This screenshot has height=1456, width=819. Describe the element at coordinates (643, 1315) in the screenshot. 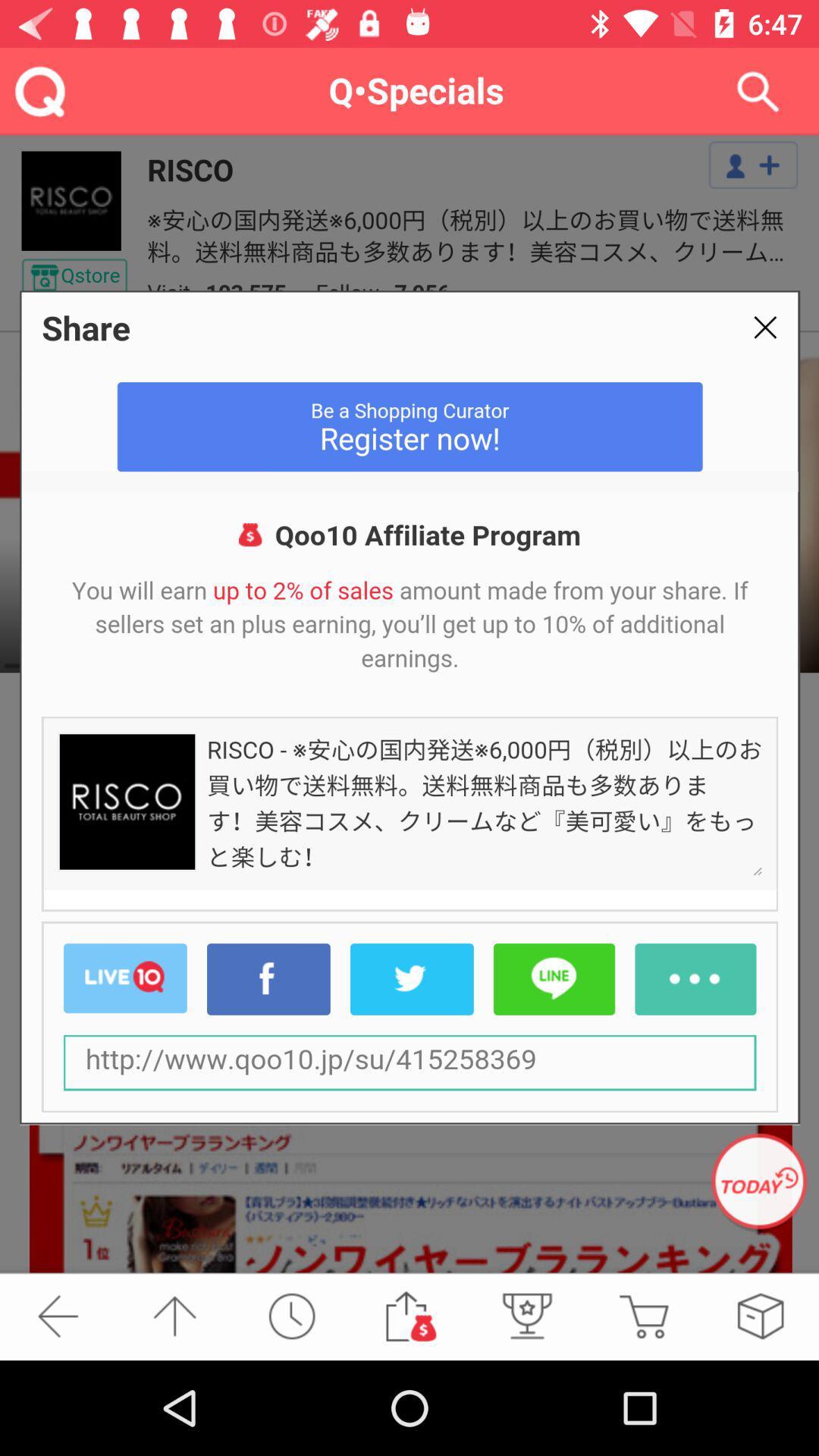

I see `the cart icon` at that location.